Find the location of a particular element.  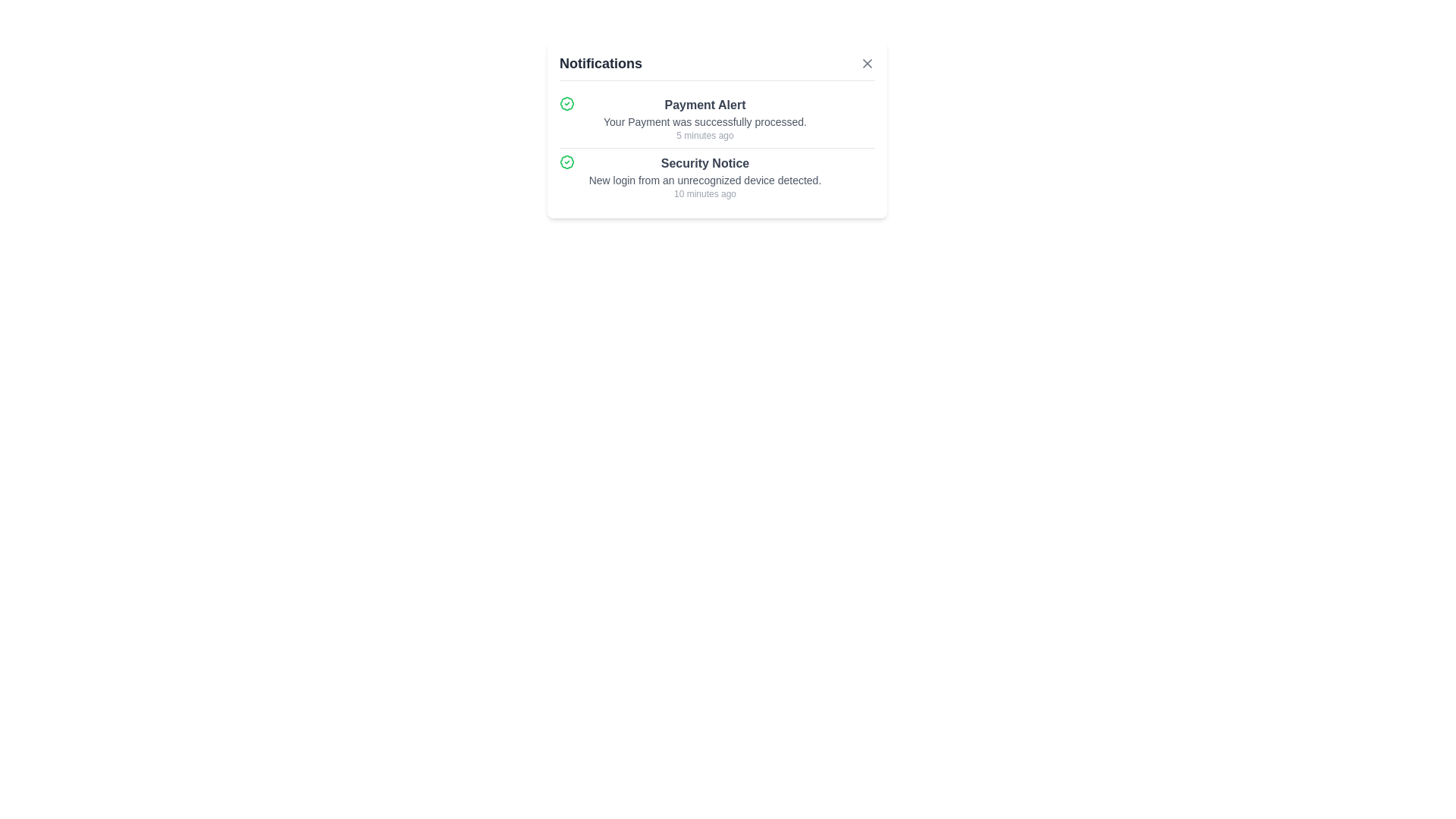

the icon located to the left of the 'Payment Alert' notification under the 'Notifications' header is located at coordinates (566, 103).